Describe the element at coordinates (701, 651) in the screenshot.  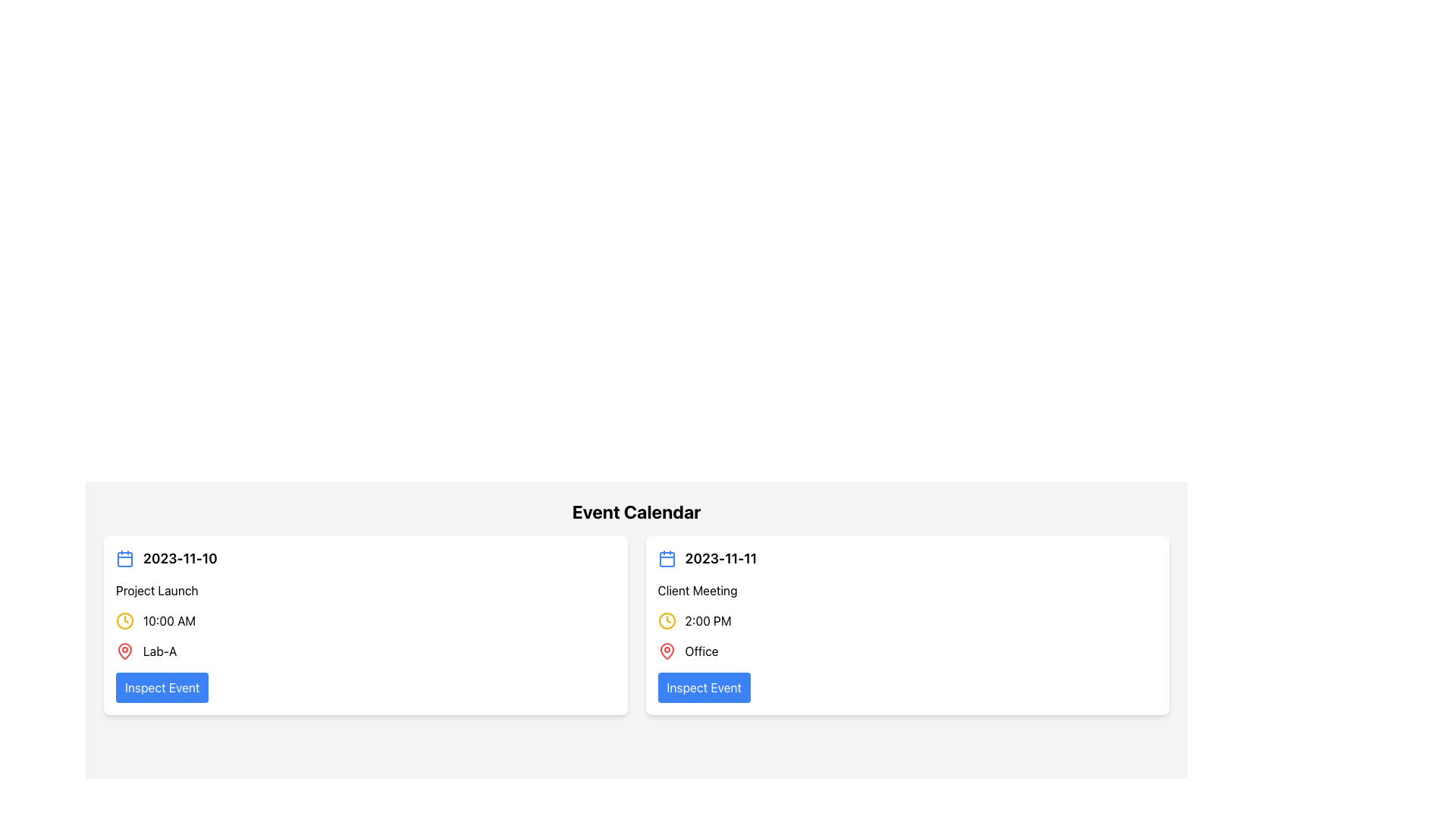
I see `the text label reading 'Office', which is styled in a standard sans-serif font and located under the '2:00 PM' timestamp, adjacent to a red location pin icon` at that location.